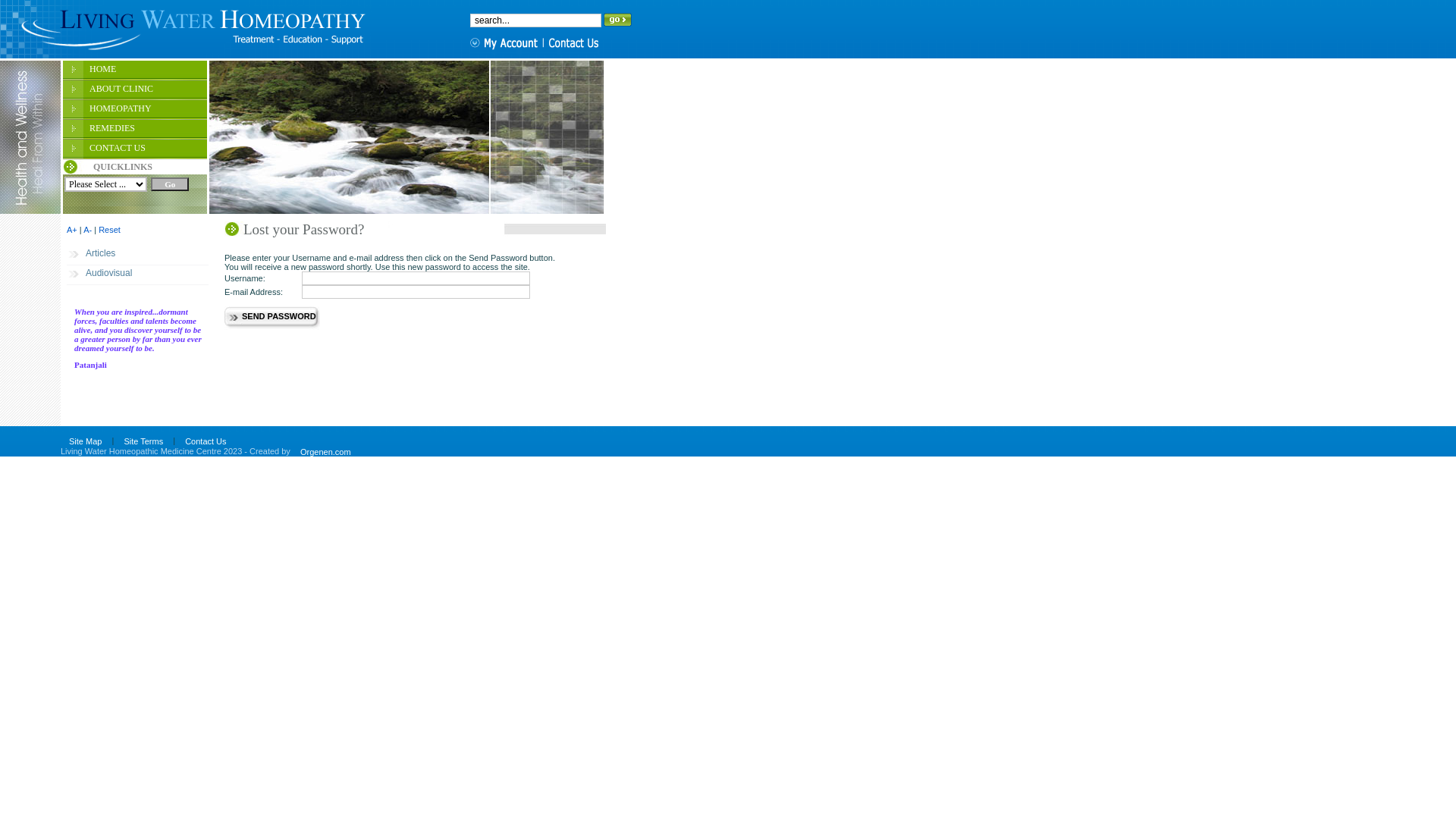 The image size is (1456, 819). Describe the element at coordinates (86, 230) in the screenshot. I see `'A-'` at that location.